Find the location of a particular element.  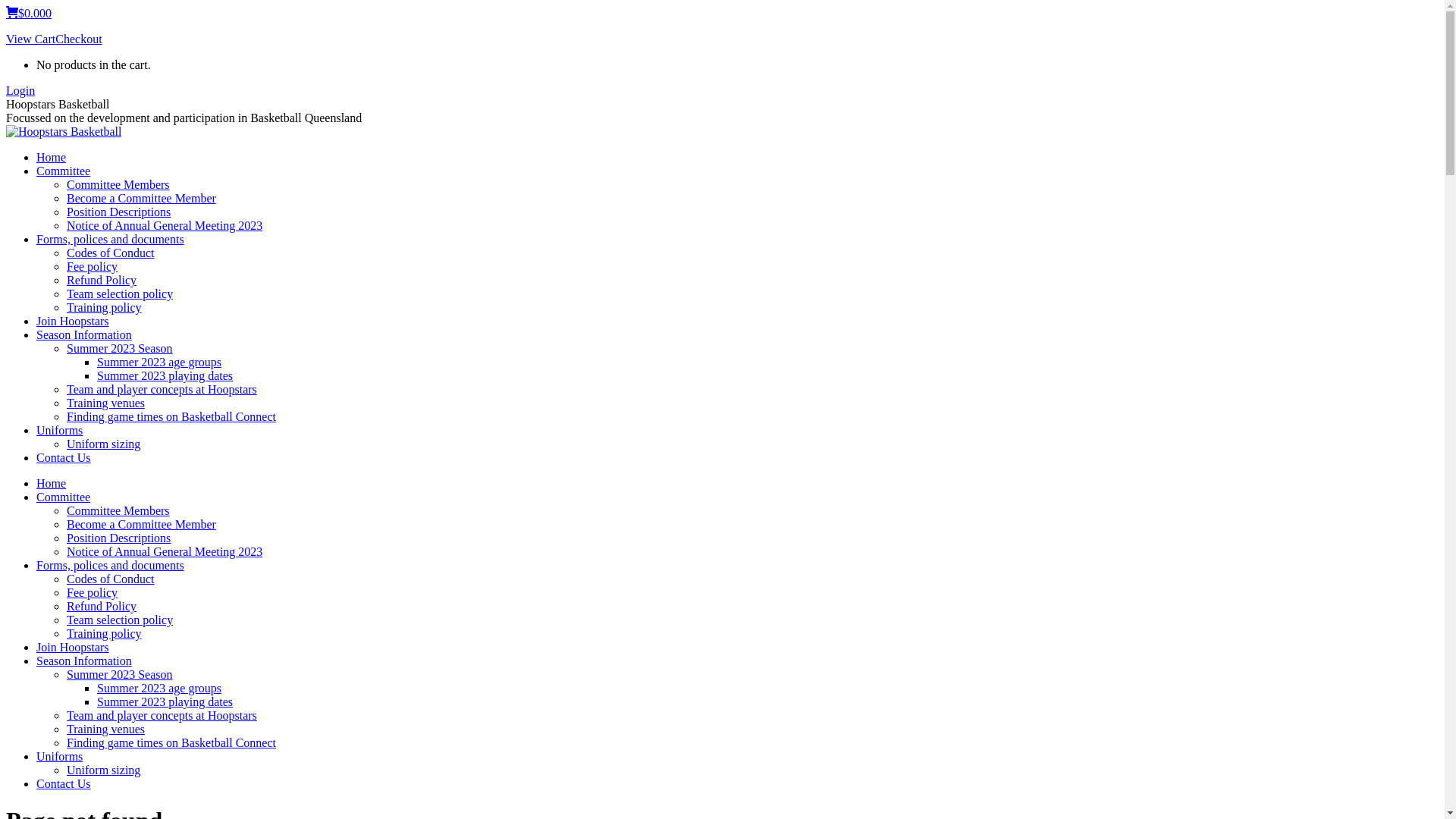

'Uniforms' is located at coordinates (36, 756).